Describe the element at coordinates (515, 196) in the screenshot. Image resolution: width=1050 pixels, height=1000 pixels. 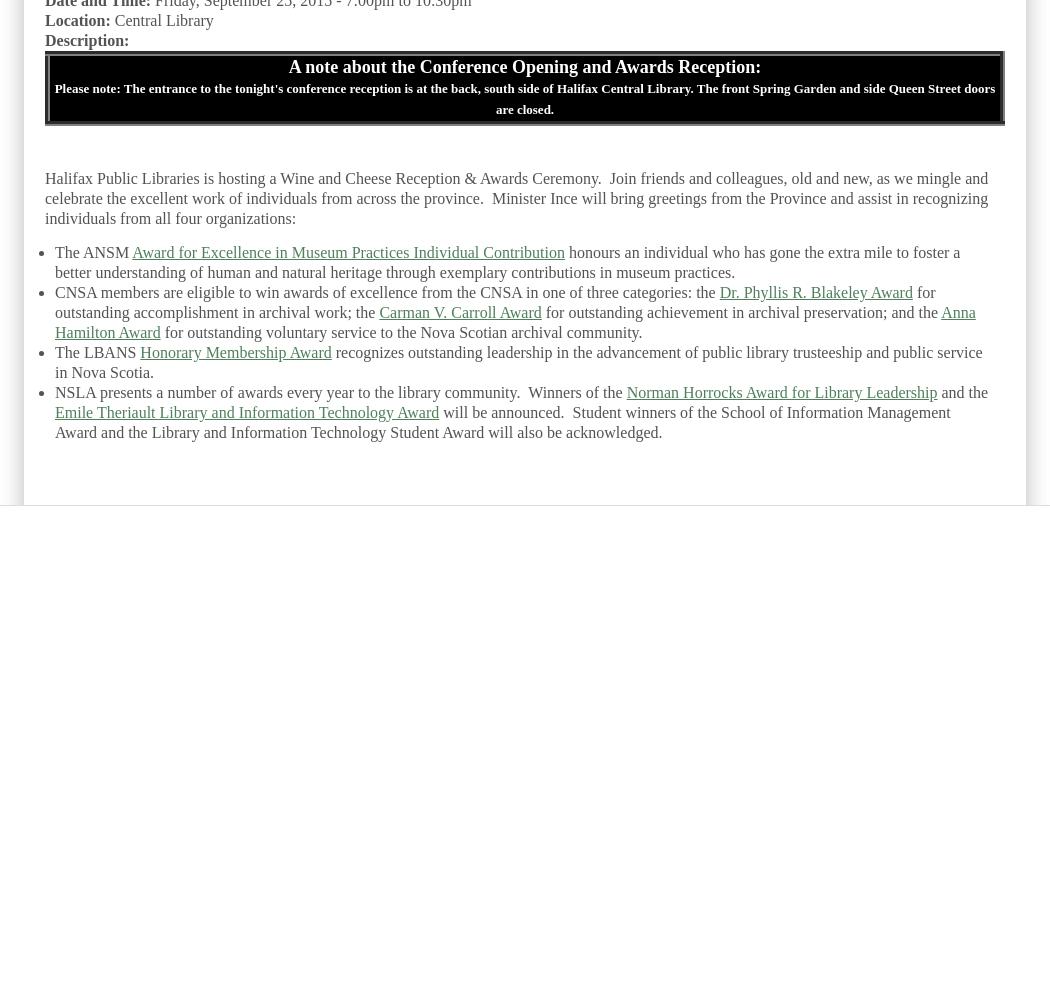
I see `'Halifax Public Libraries is hosting a Wine and Cheese Reception & Awards Ceremony.  Join friends and colleagues, old and new, as we mingle and celebrate the excellent work of individuals from across the province.  Minister Ince will bring greetings from the Province and assist in recognizing individuals from all four organizations:'` at that location.